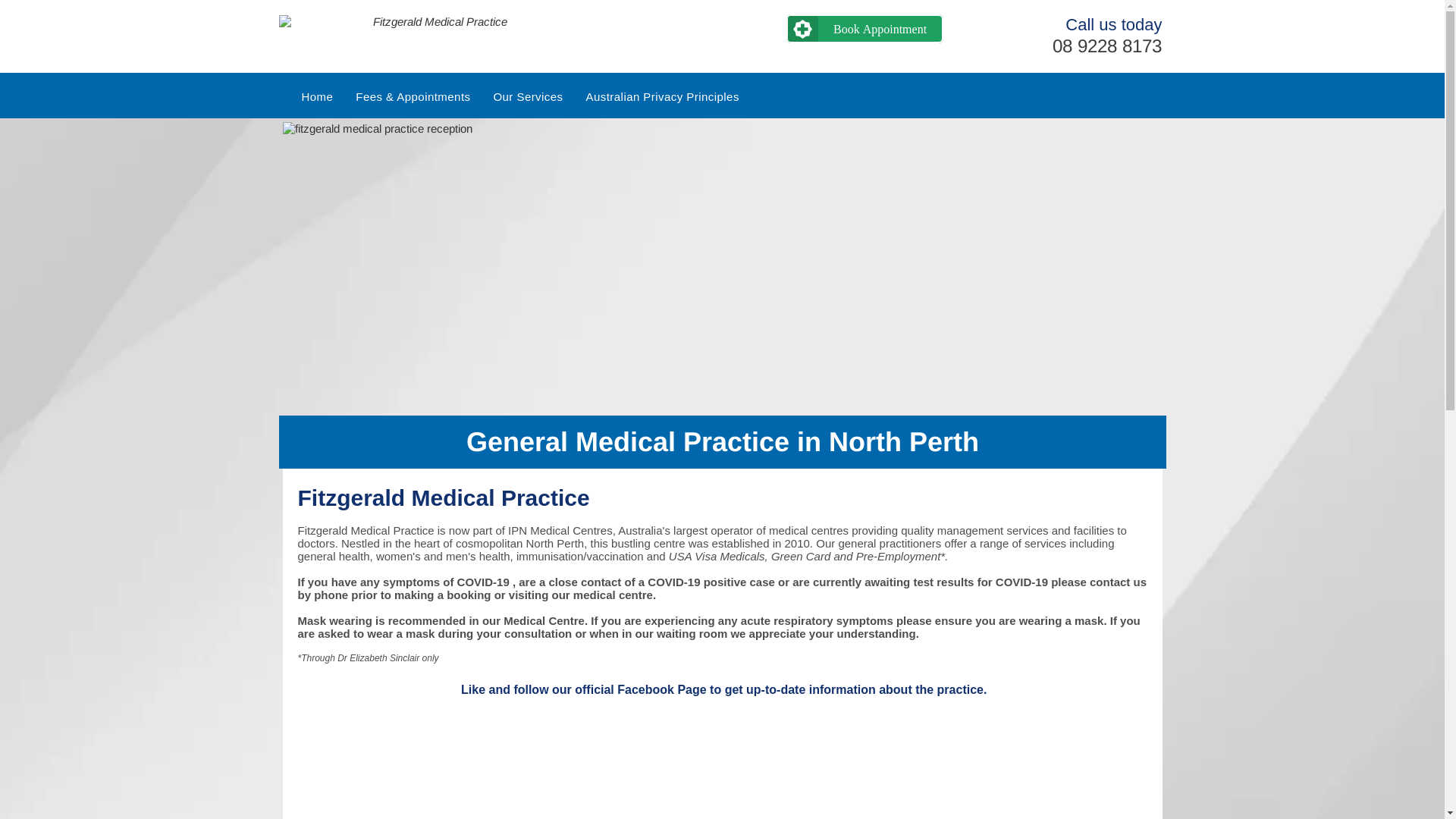  Describe the element at coordinates (480, 96) in the screenshot. I see `'Our Services'` at that location.